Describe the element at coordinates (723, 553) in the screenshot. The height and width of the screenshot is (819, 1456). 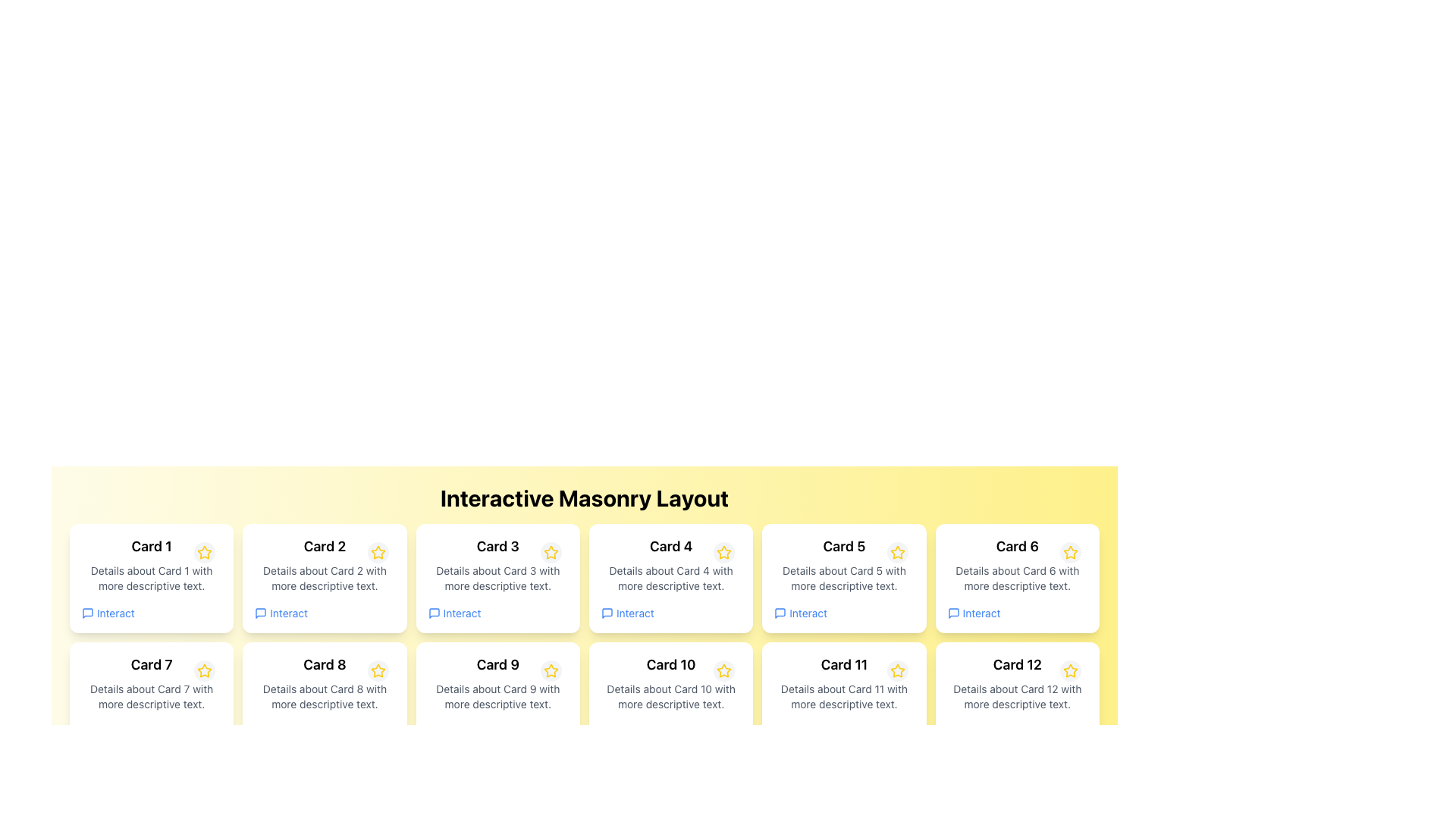
I see `the star button located in the top-right corner of 'Card 4'` at that location.